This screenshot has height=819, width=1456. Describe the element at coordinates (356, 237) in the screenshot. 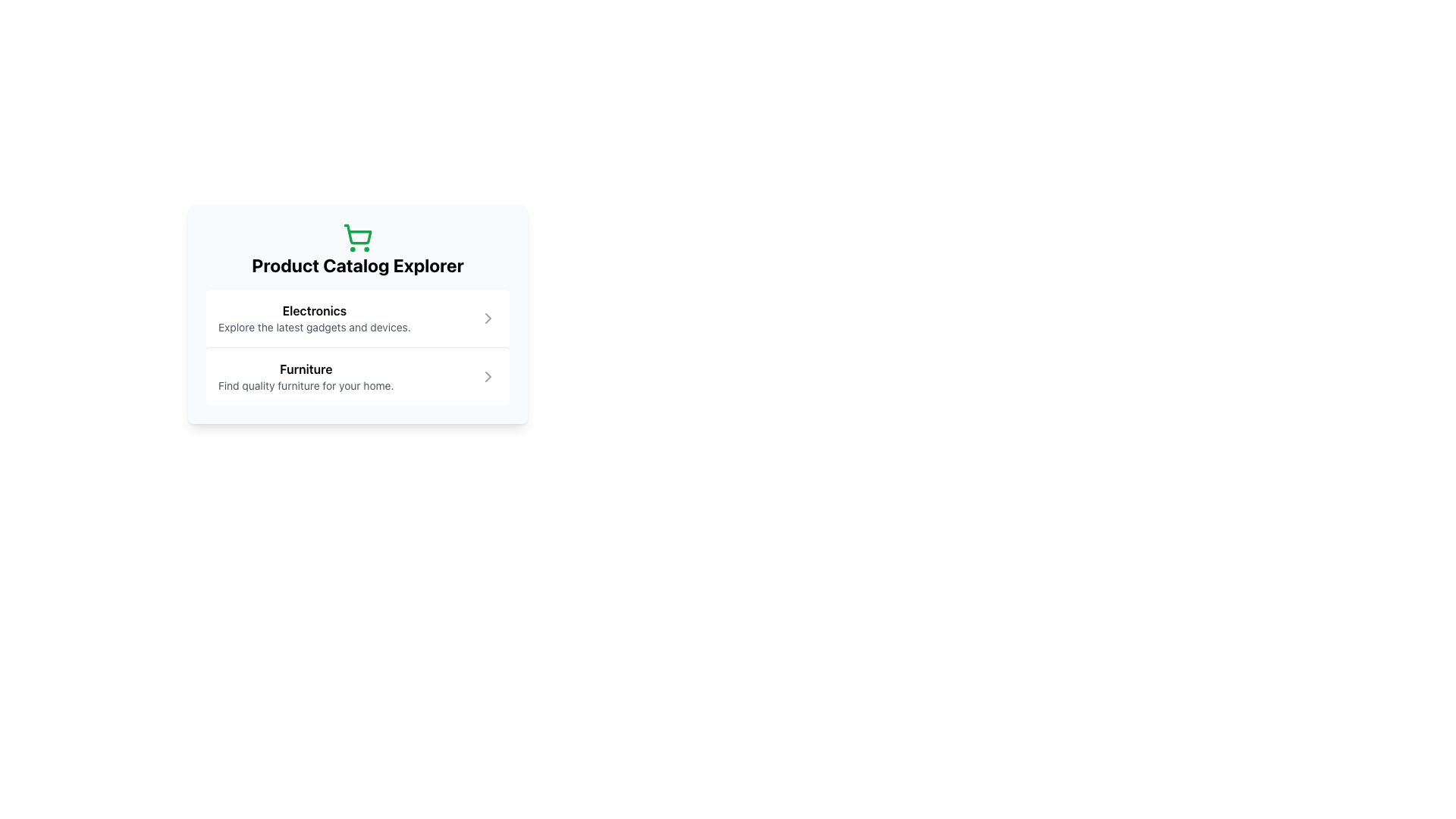

I see `the green shopping cart icon located above the text 'Product Catalog Explorer', which is styled with a minimalistic design using green lines and dots` at that location.